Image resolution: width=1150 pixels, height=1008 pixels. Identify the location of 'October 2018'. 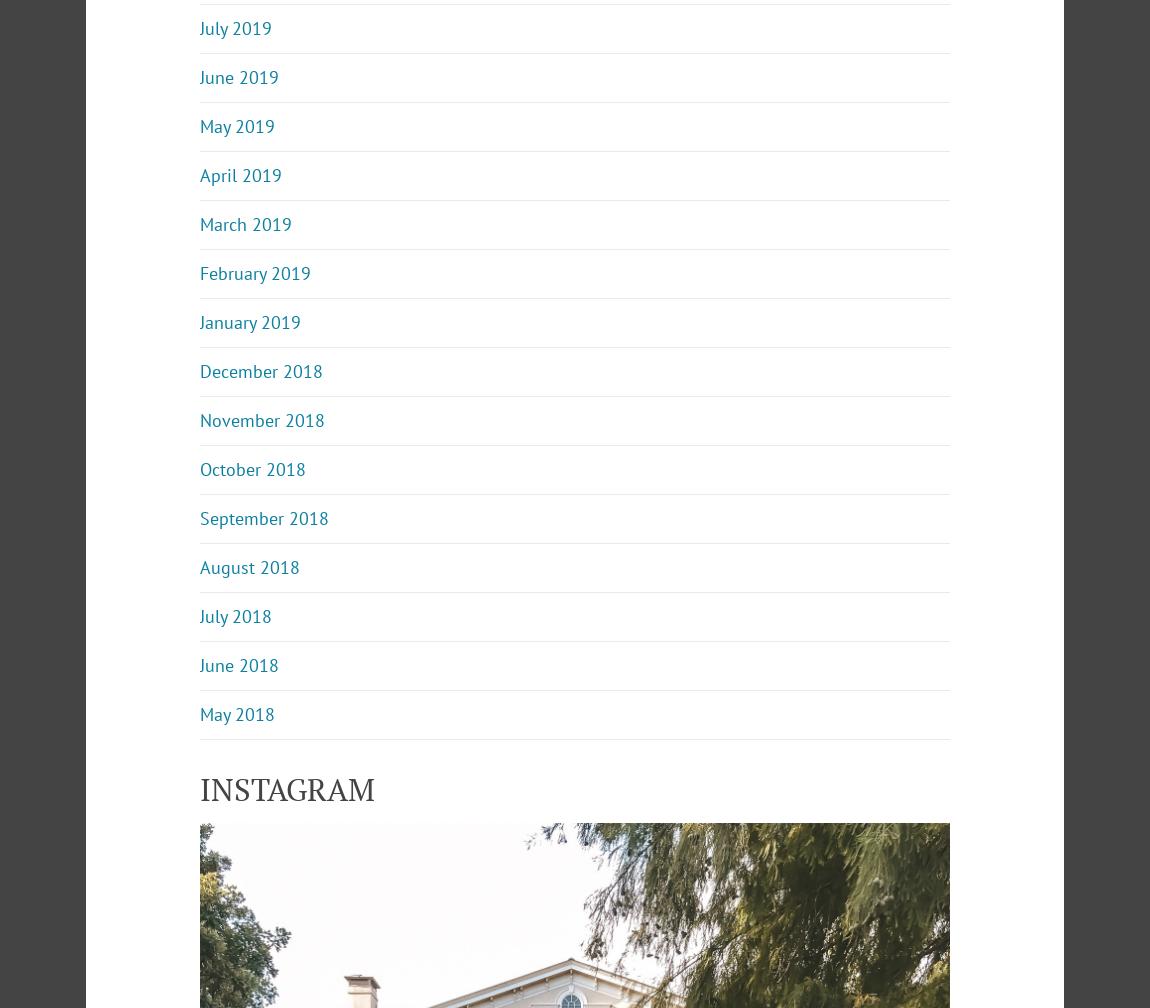
(252, 469).